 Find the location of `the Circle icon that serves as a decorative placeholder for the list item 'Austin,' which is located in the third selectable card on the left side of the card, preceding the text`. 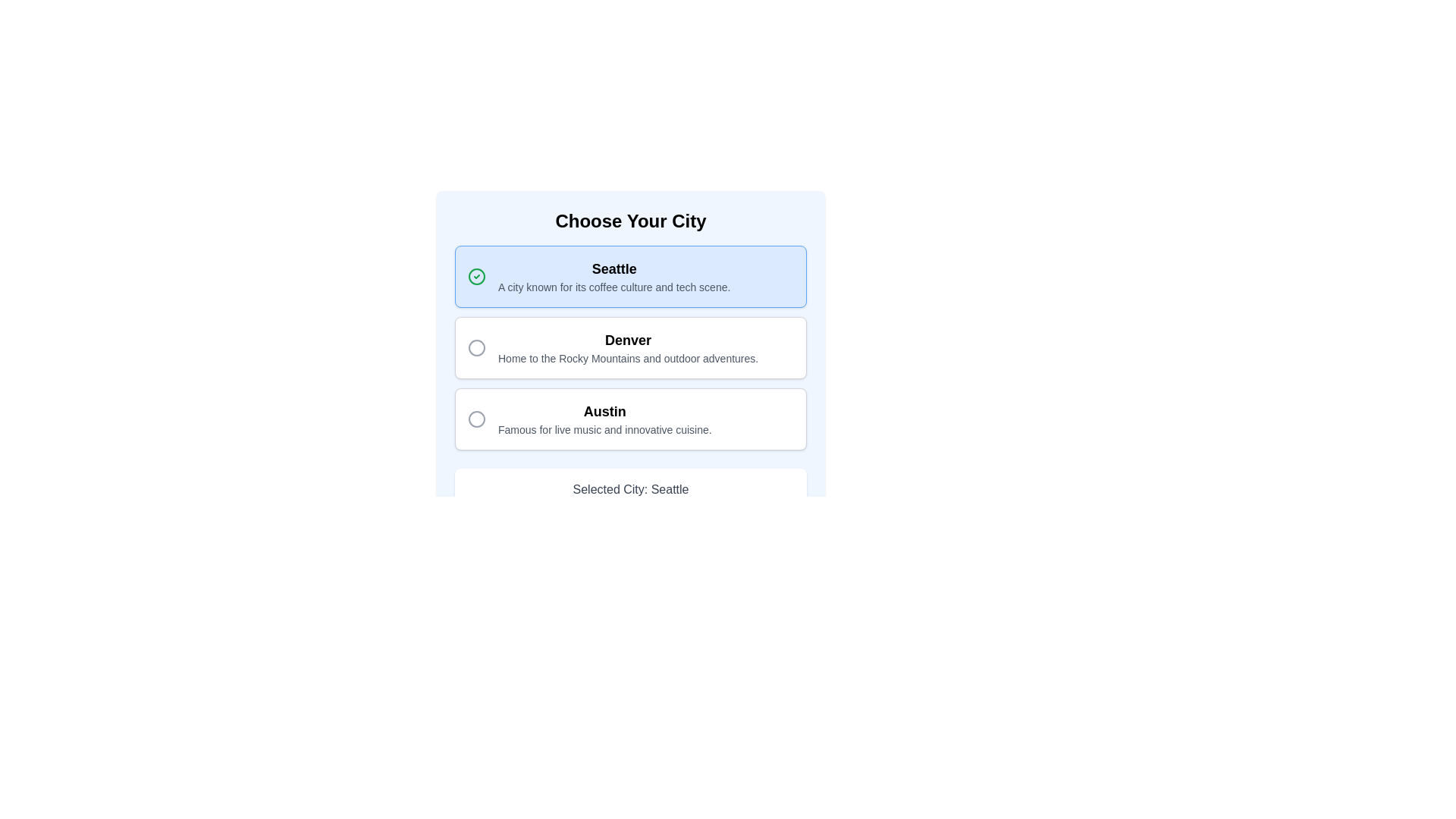

the Circle icon that serves as a decorative placeholder for the list item 'Austin,' which is located in the third selectable card on the left side of the card, preceding the text is located at coordinates (475, 419).